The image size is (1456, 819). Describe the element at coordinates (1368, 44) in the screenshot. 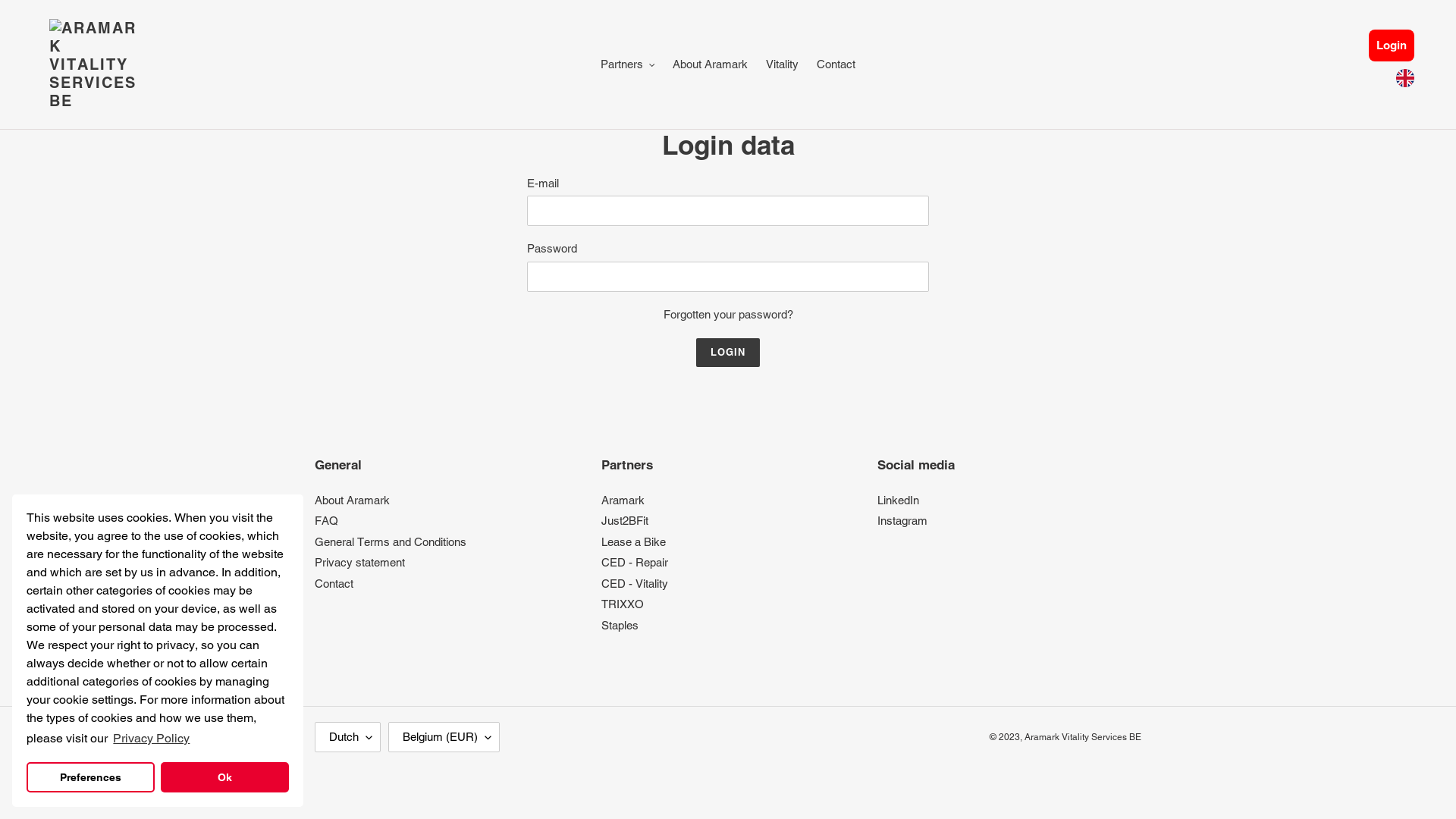

I see `'Login'` at that location.